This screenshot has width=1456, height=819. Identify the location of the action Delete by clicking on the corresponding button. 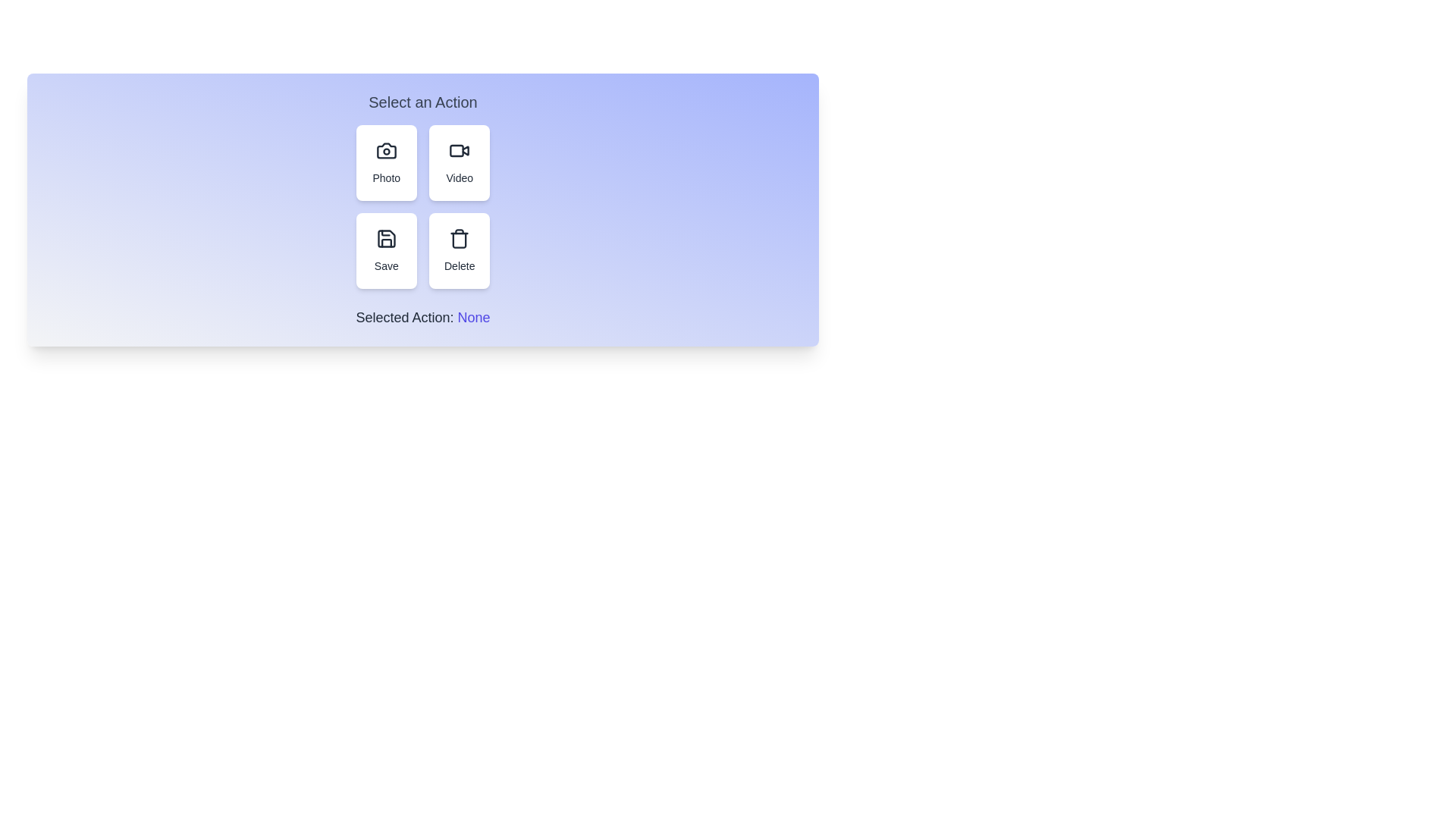
(459, 250).